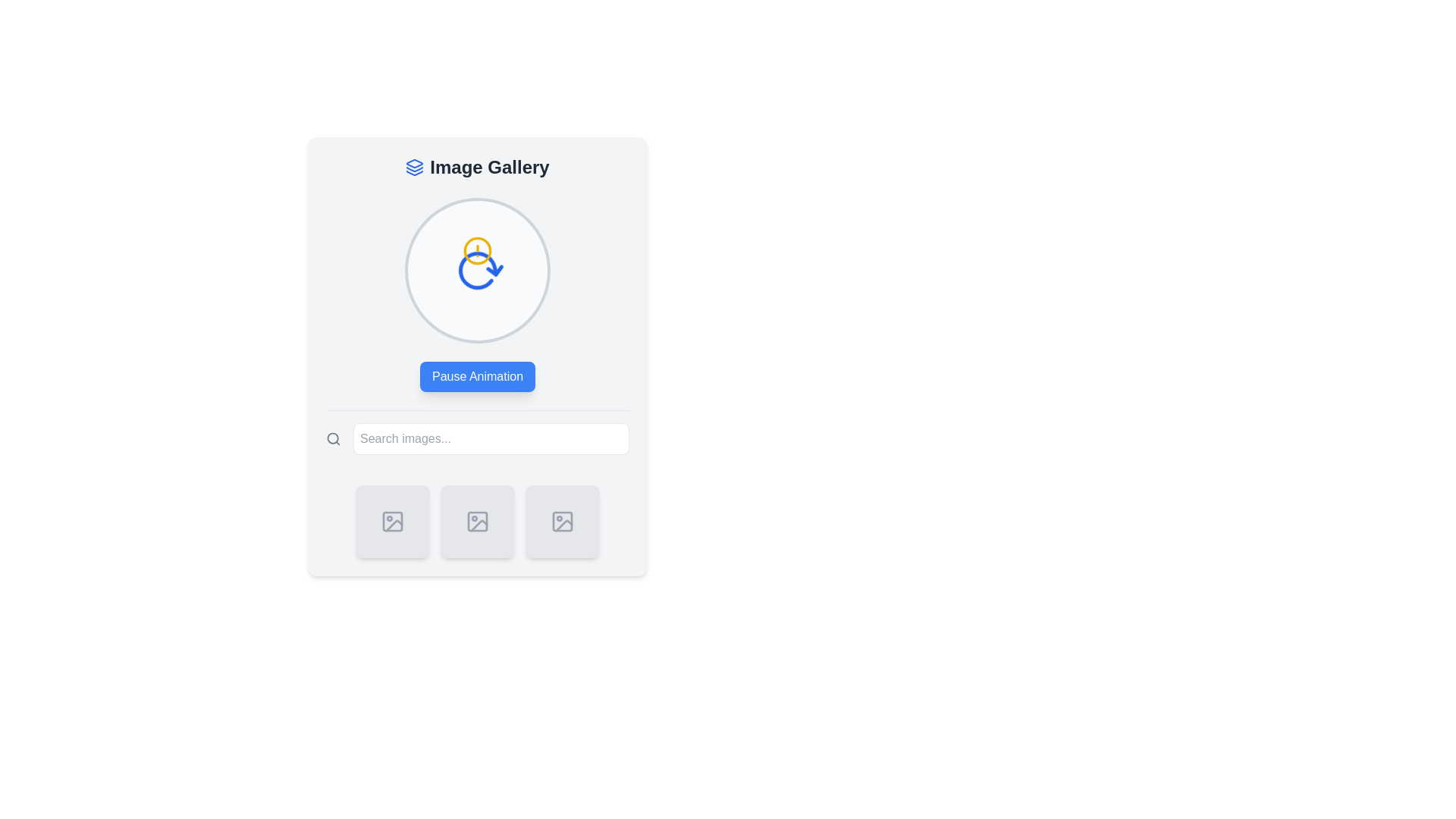 Image resolution: width=1456 pixels, height=819 pixels. What do you see at coordinates (332, 438) in the screenshot?
I see `the small circular icon that is part of the search icon in the top-left corner of the search input box` at bounding box center [332, 438].